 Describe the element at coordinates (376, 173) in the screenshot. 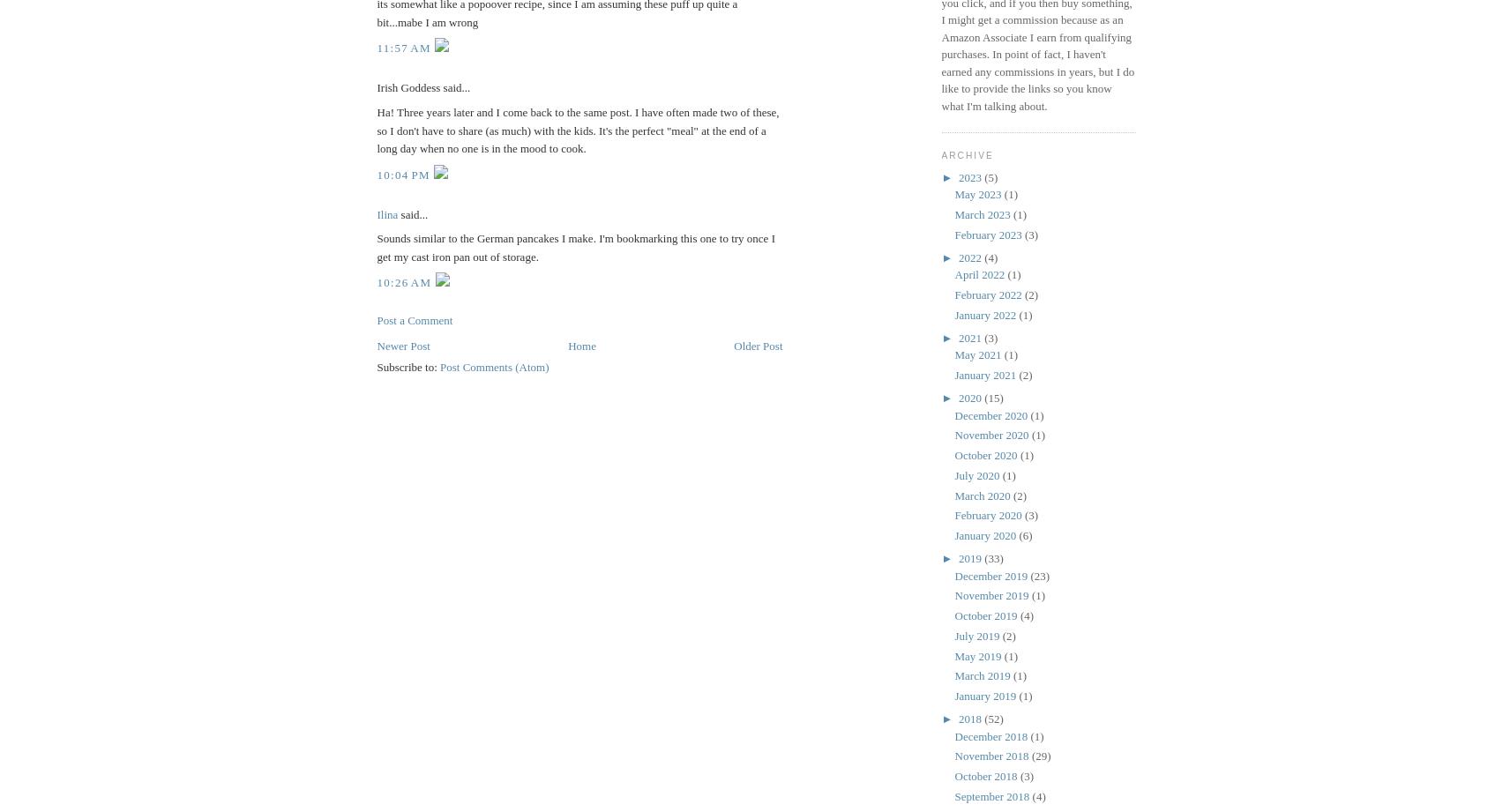

I see `'10:04 PM'` at that location.